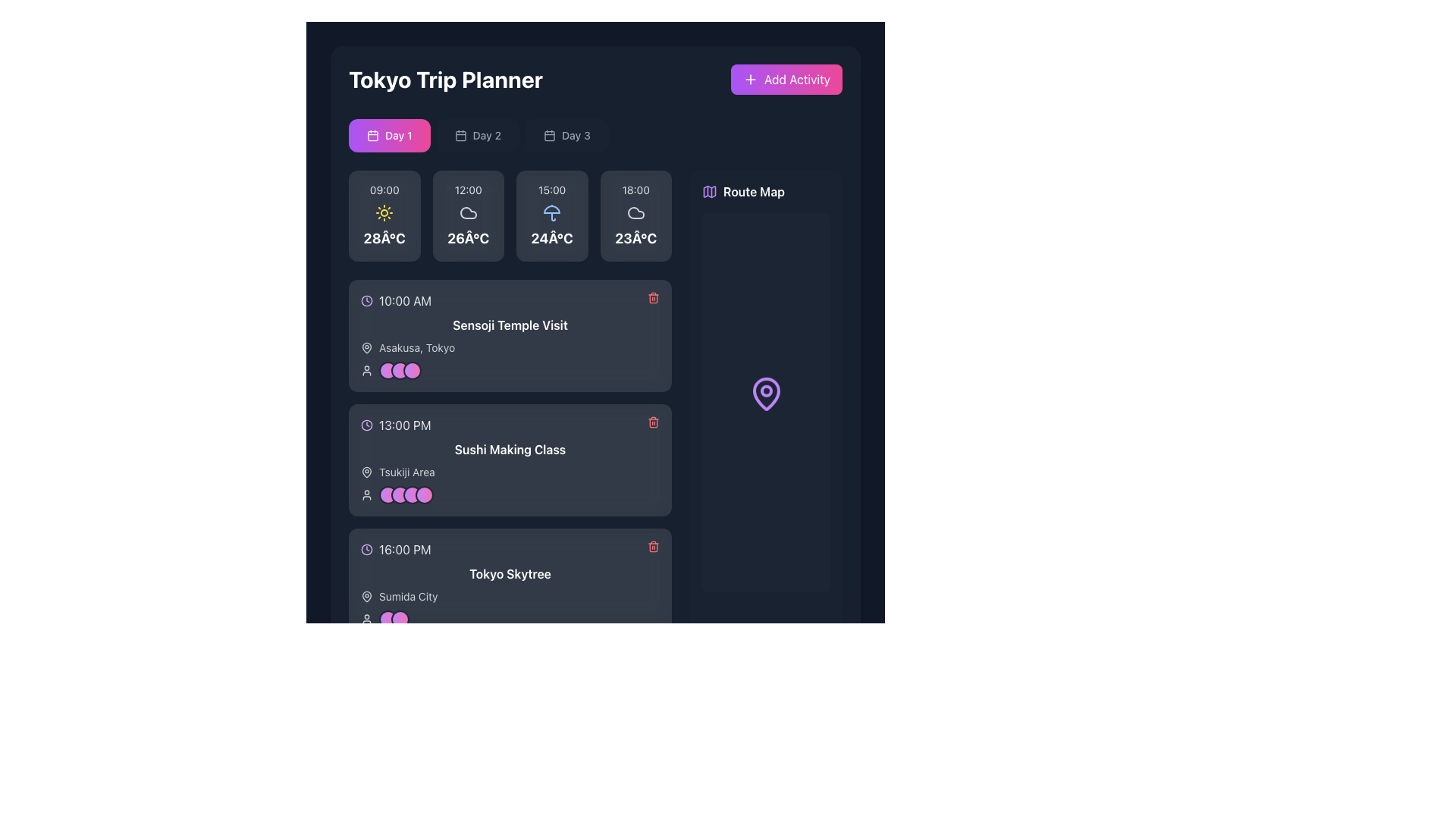 Image resolution: width=1456 pixels, height=819 pixels. Describe the element at coordinates (396, 550) in the screenshot. I see `the Label with icon displaying '16:00 PM' next to a clock icon in light gray on a dark background, located at the bottom of the activity list under 'Tokyo Skytree'` at that location.